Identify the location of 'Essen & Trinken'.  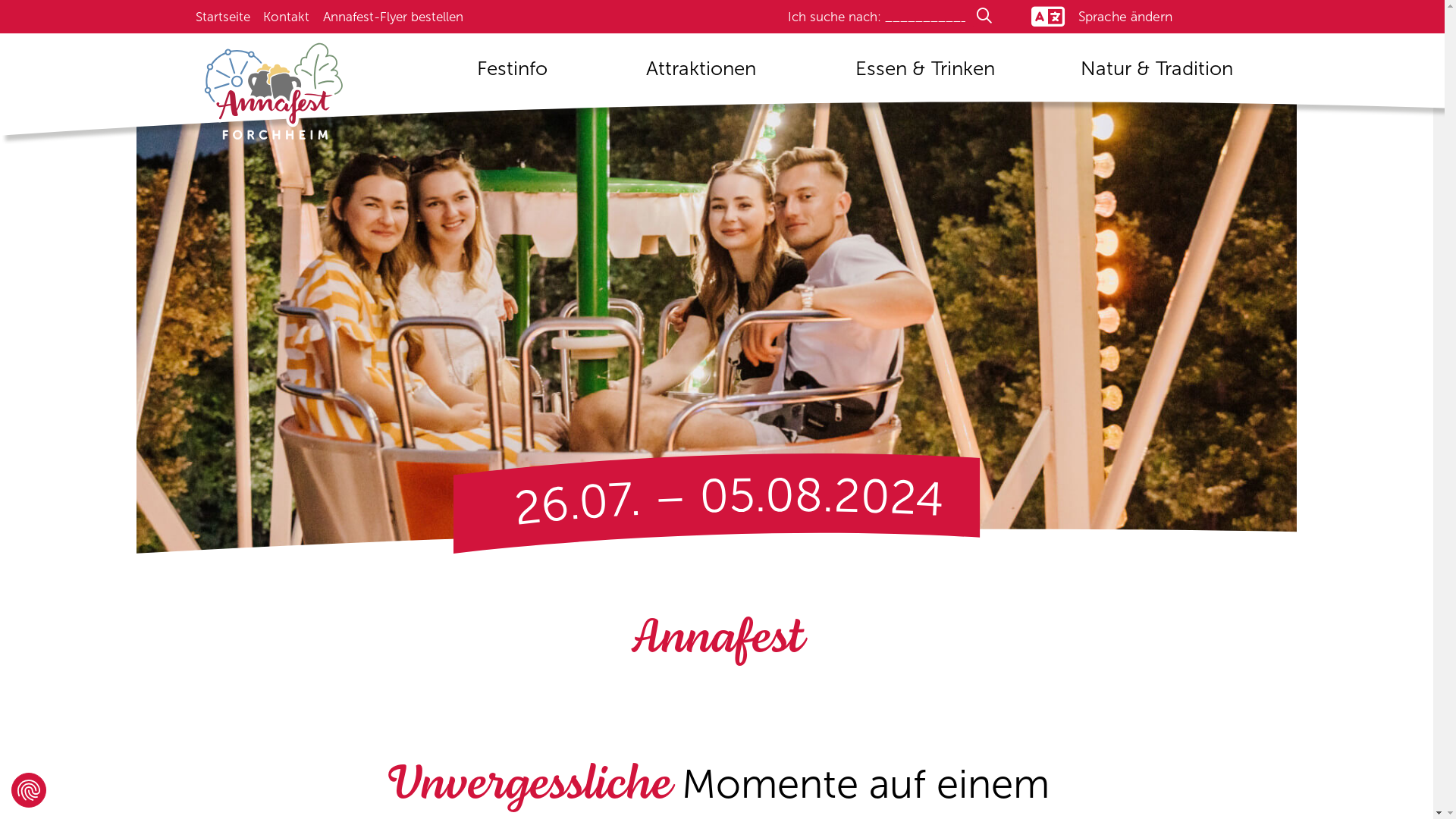
(840, 74).